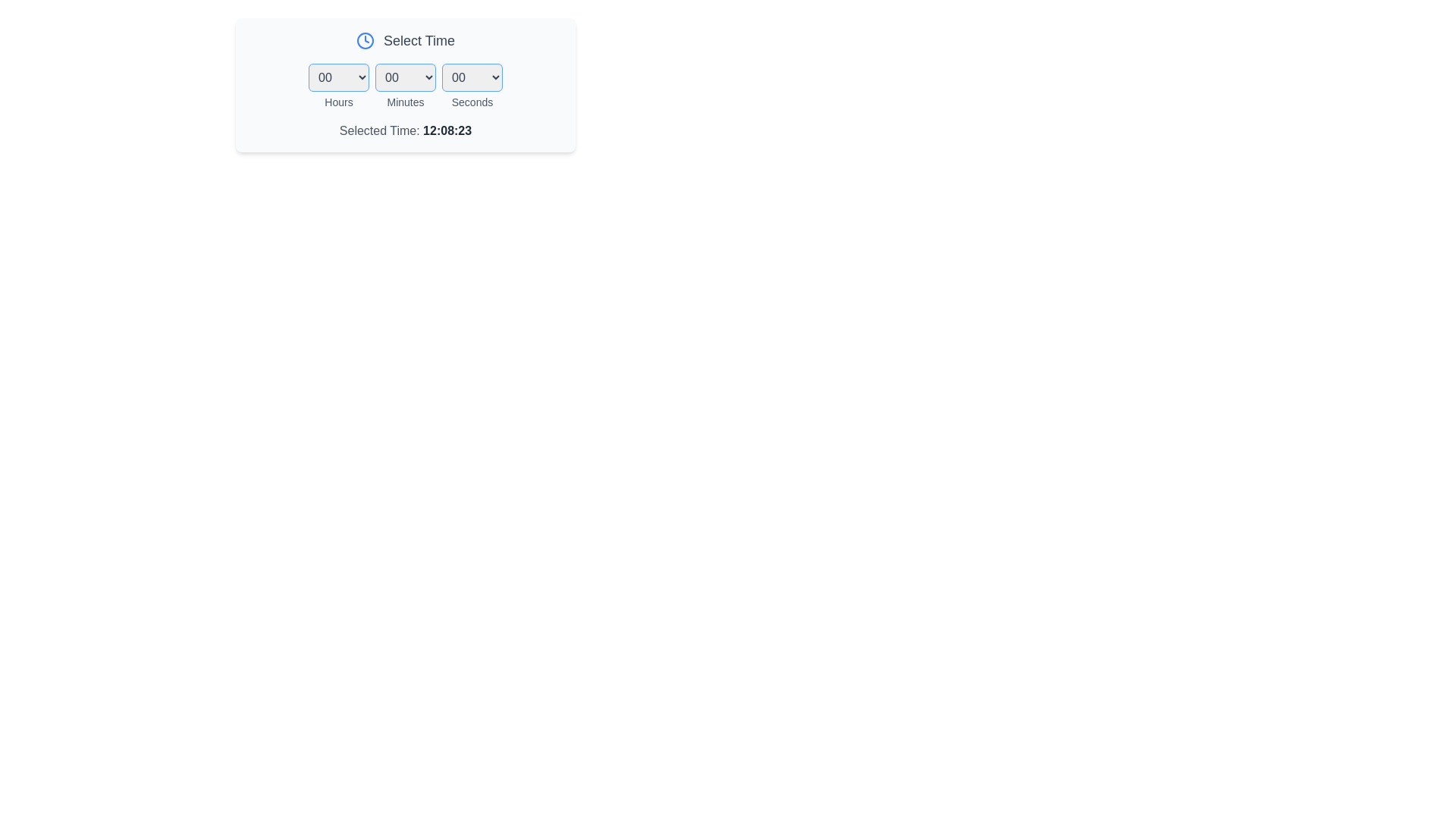  I want to click on the non-interactive Text label located below the second dropdown menu, which indicates the associated dropdown menu adjusts minute values within the time selection system, so click(405, 102).